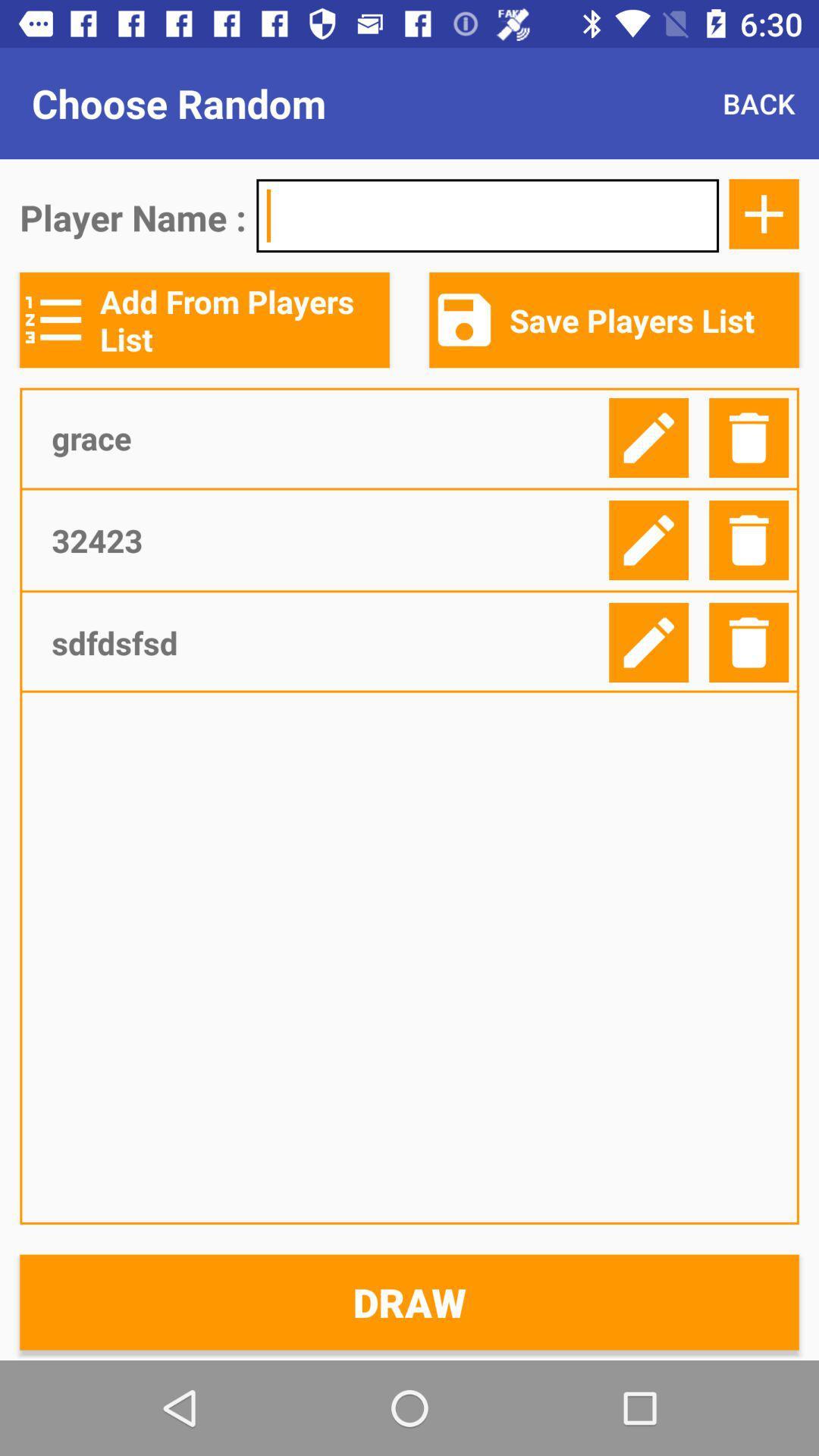 The image size is (819, 1456). Describe the element at coordinates (488, 215) in the screenshot. I see `open search bar` at that location.